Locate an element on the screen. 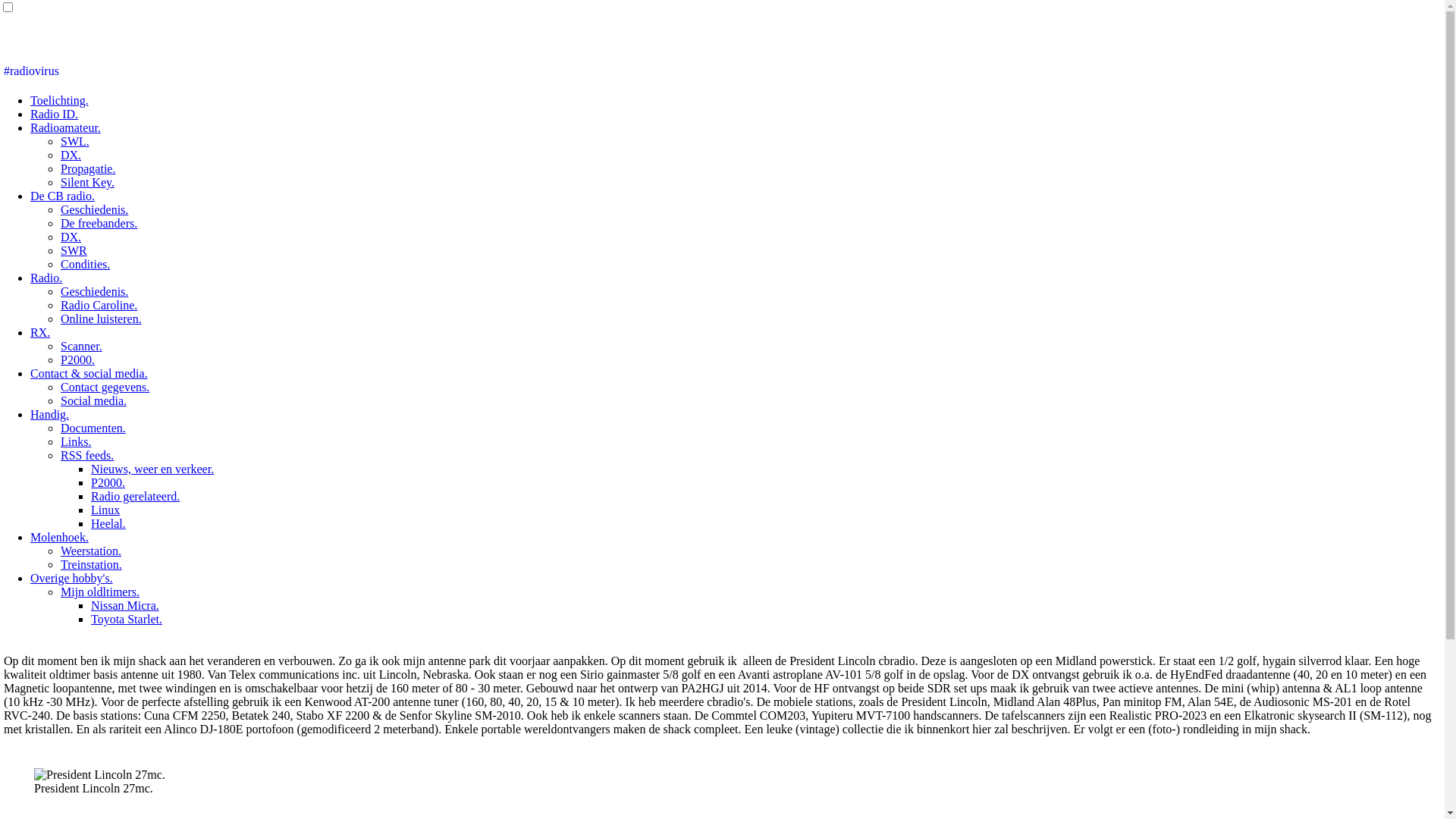 The image size is (1456, 819). 'Radioamateur.' is located at coordinates (64, 127).